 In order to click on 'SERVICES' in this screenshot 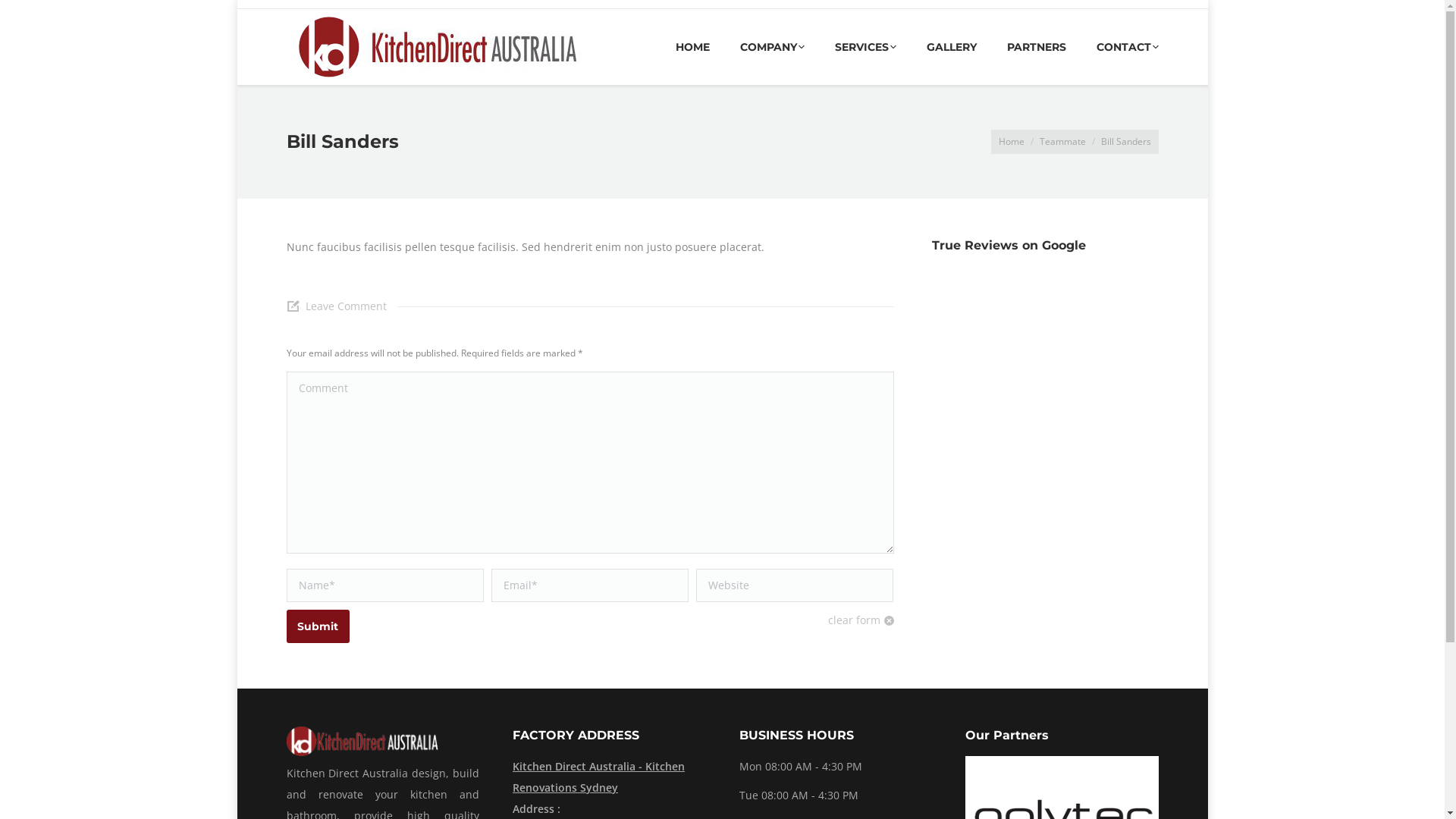, I will do `click(864, 45)`.